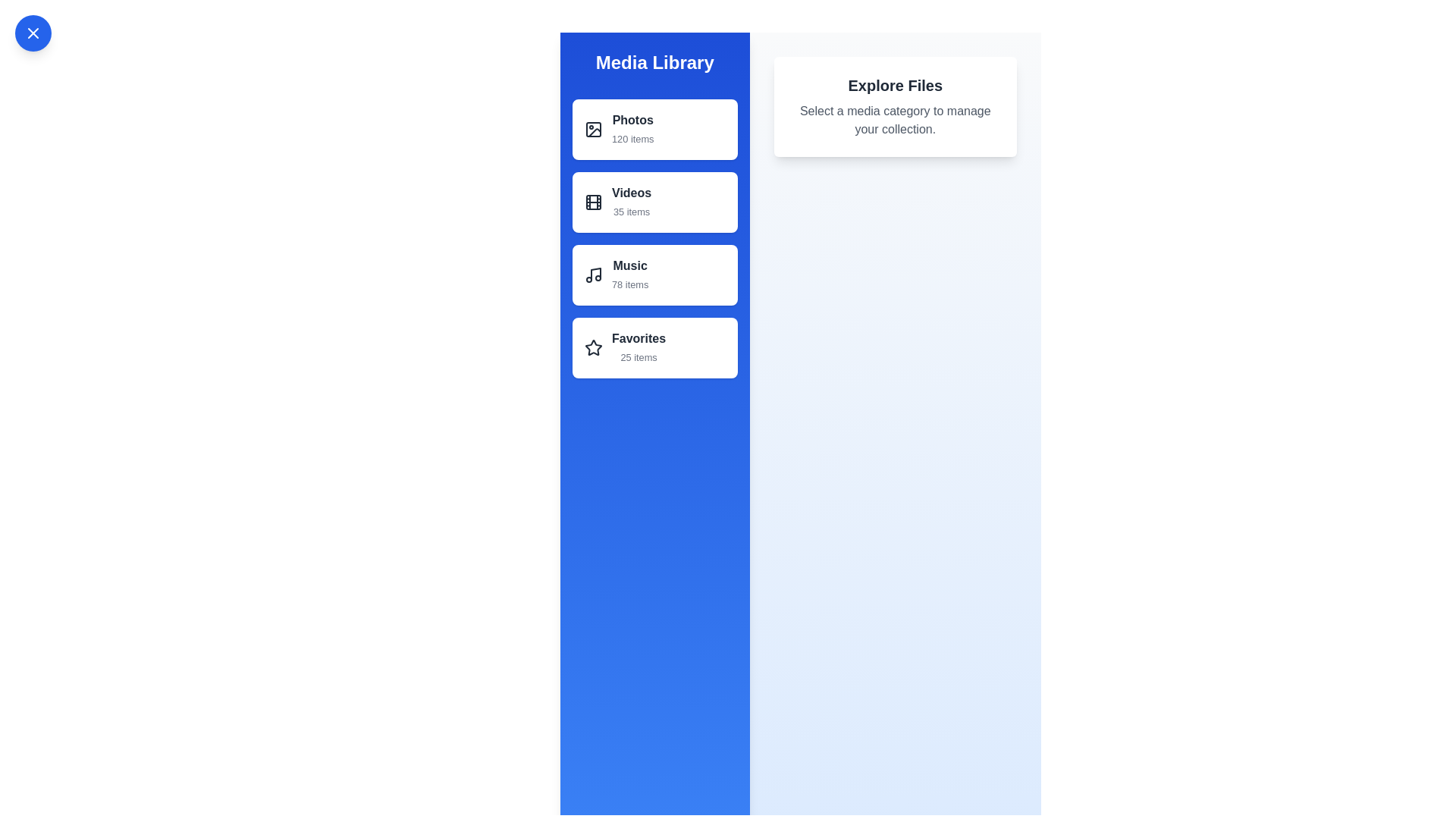 The image size is (1456, 819). I want to click on the list item Music to observe its hover state, so click(654, 275).